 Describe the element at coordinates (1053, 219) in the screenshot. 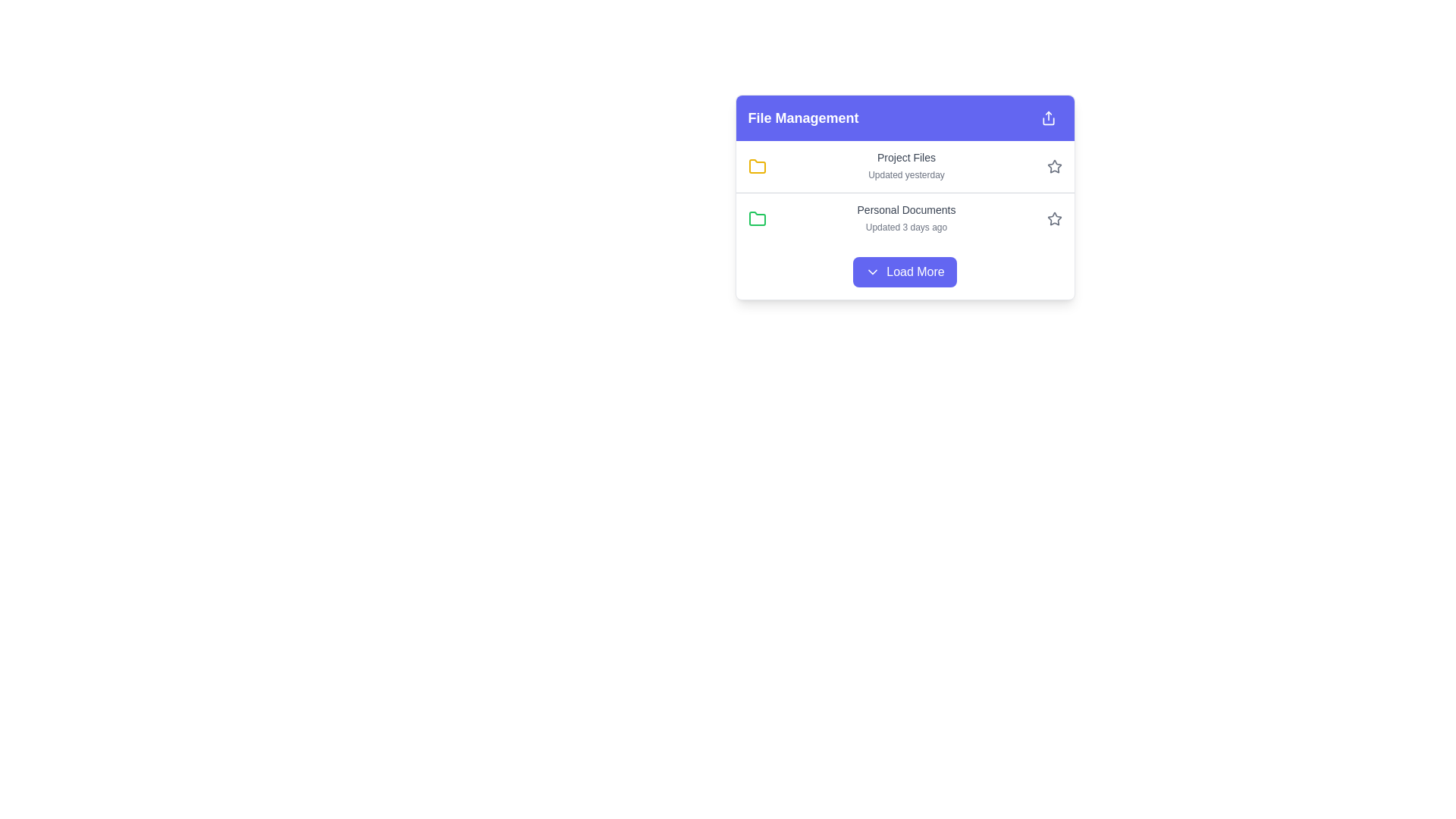

I see `the star-shaped icon button located in the right-side area of the 'Personal Documents' row in the 'File Management' section` at that location.